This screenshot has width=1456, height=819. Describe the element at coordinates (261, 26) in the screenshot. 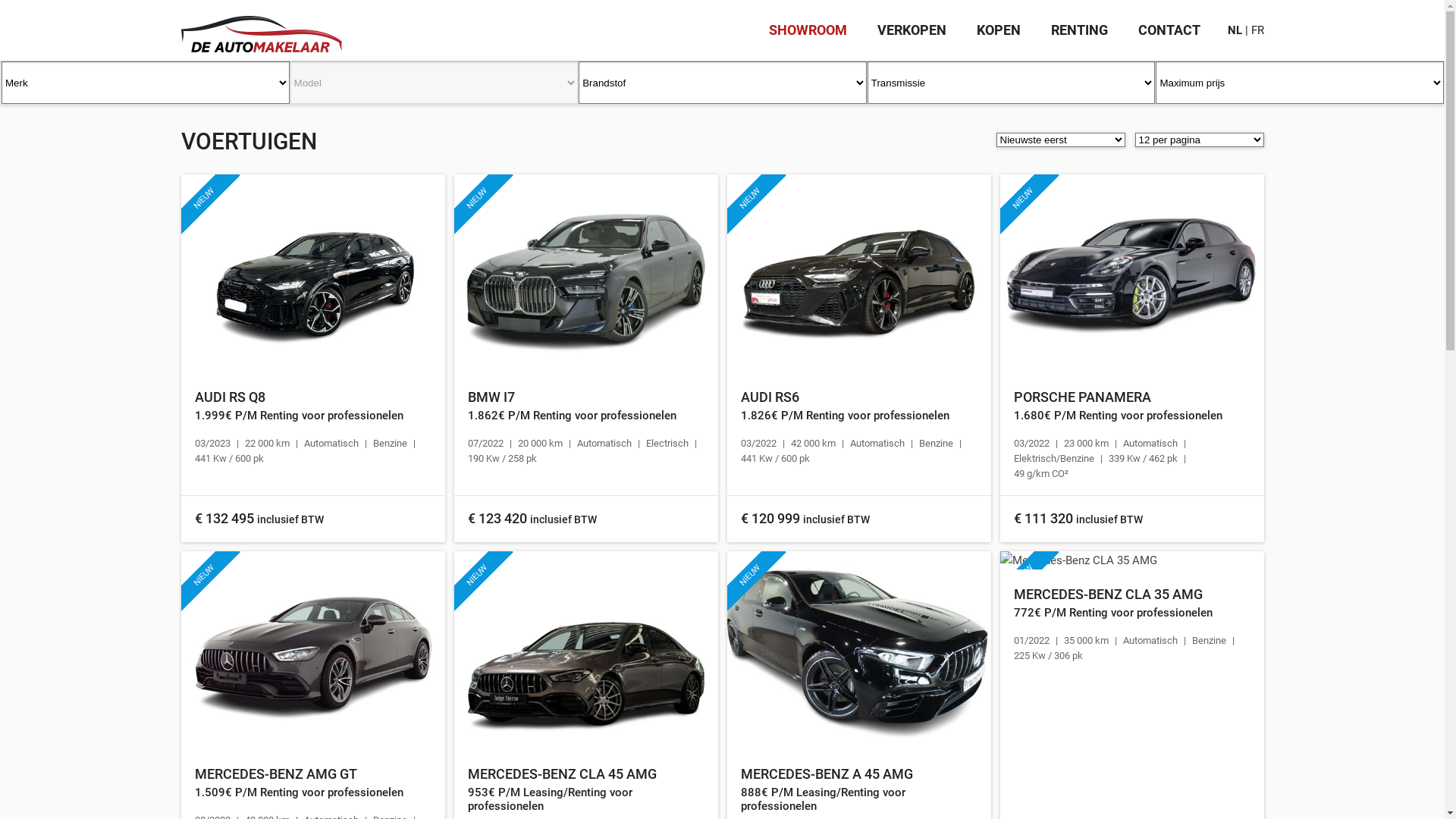

I see `'Automakelaar'` at that location.